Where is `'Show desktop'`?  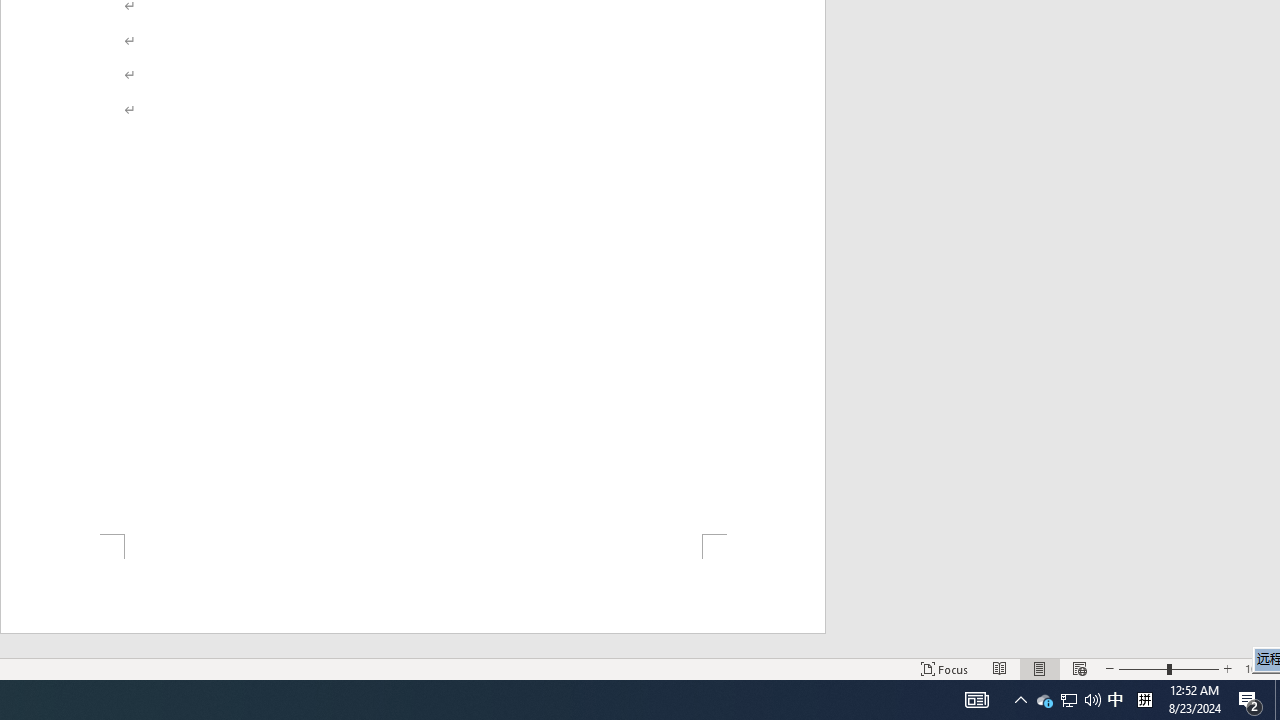
'Show desktop' is located at coordinates (1276, 698).